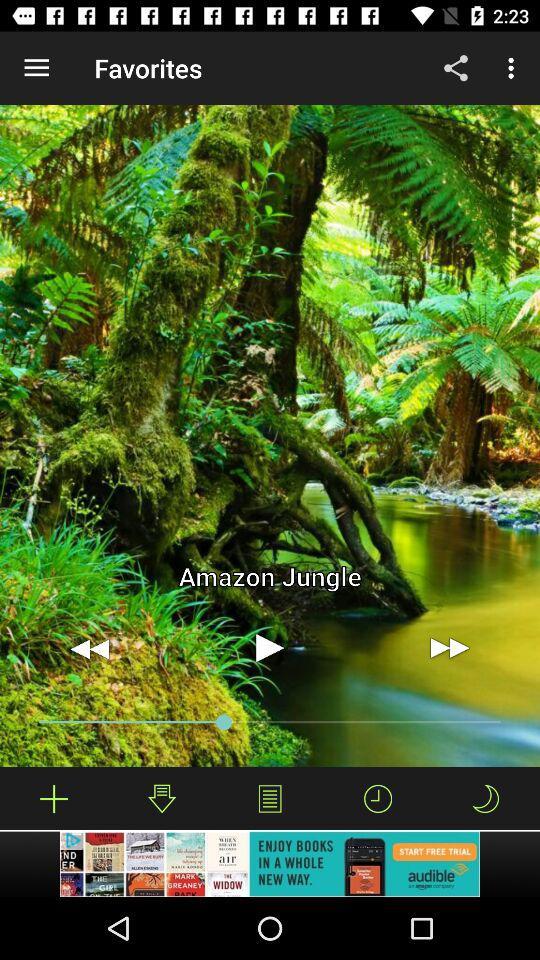 This screenshot has width=540, height=960. I want to click on video, so click(270, 647).